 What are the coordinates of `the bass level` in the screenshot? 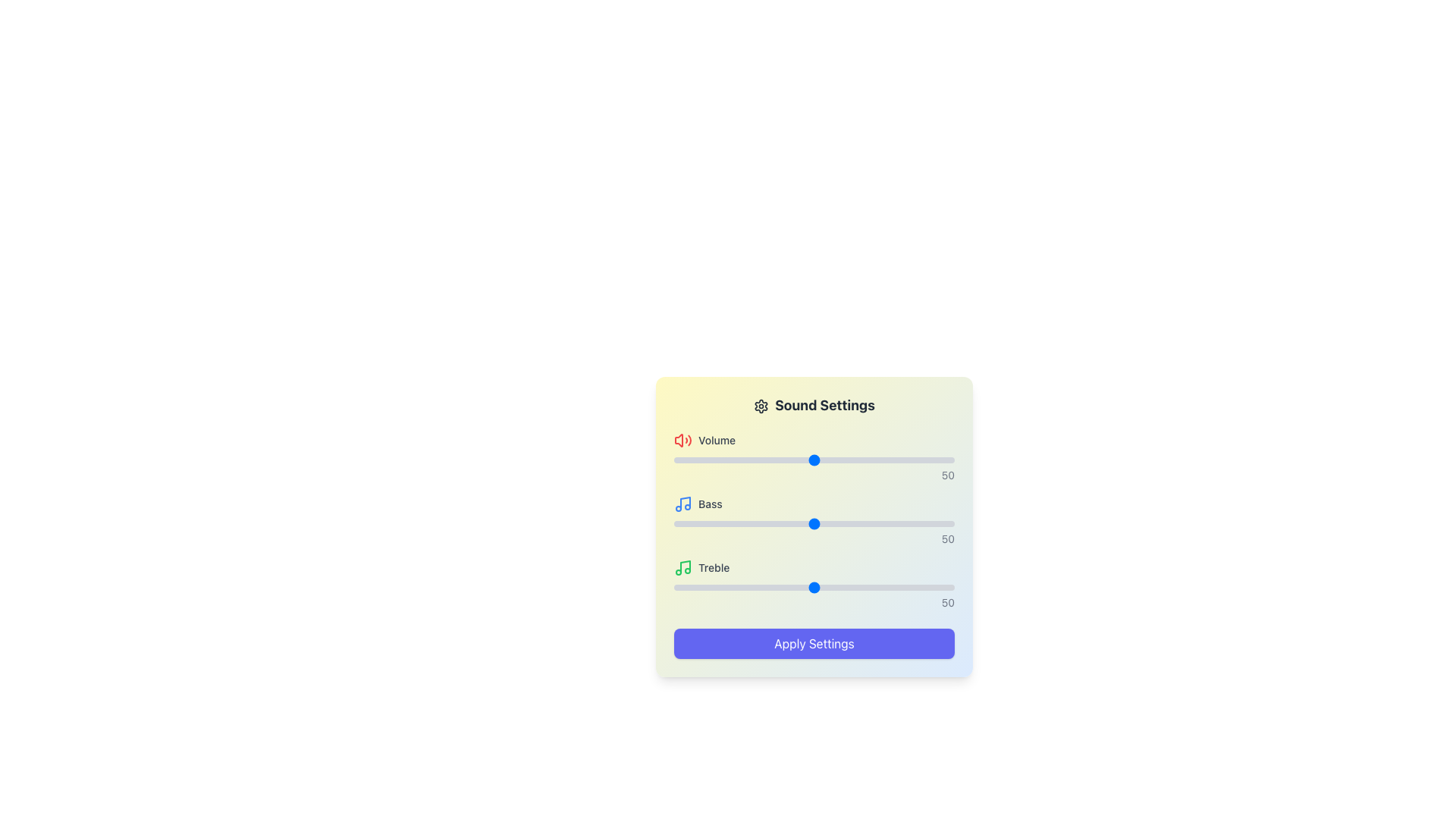 It's located at (704, 522).